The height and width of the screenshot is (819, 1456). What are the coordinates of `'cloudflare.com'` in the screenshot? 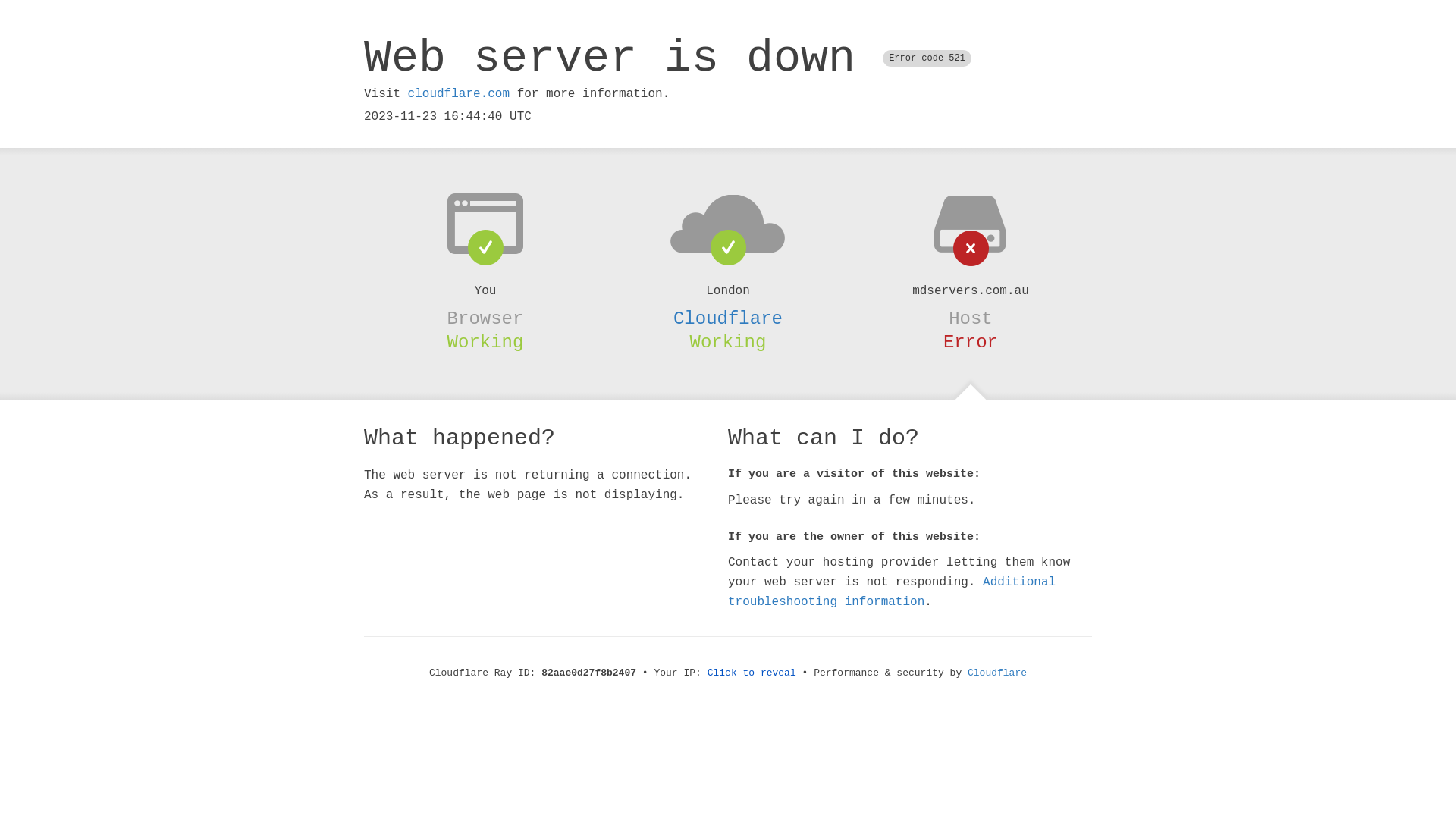 It's located at (407, 93).